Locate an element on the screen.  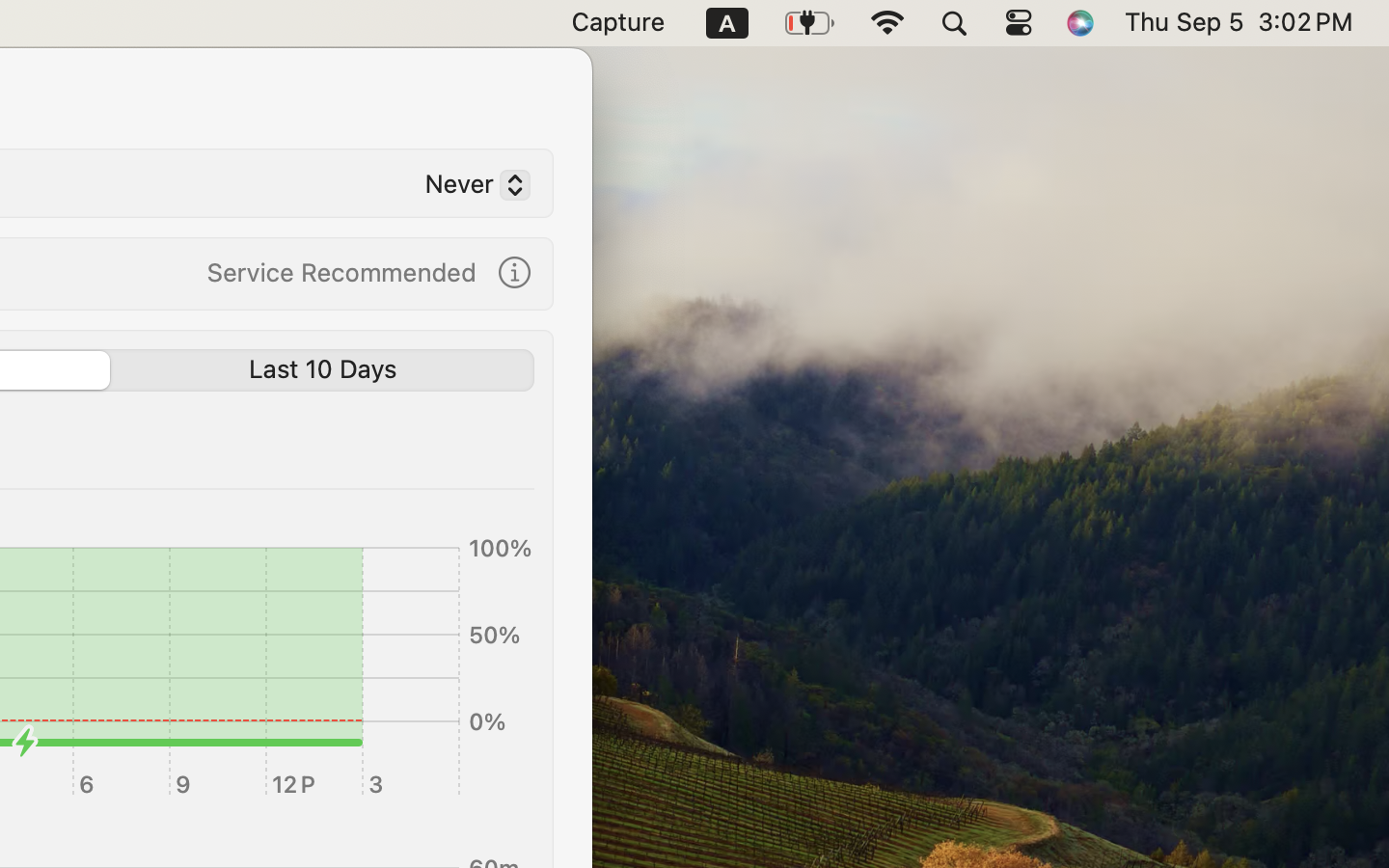
'Service Recommended' is located at coordinates (340, 270).